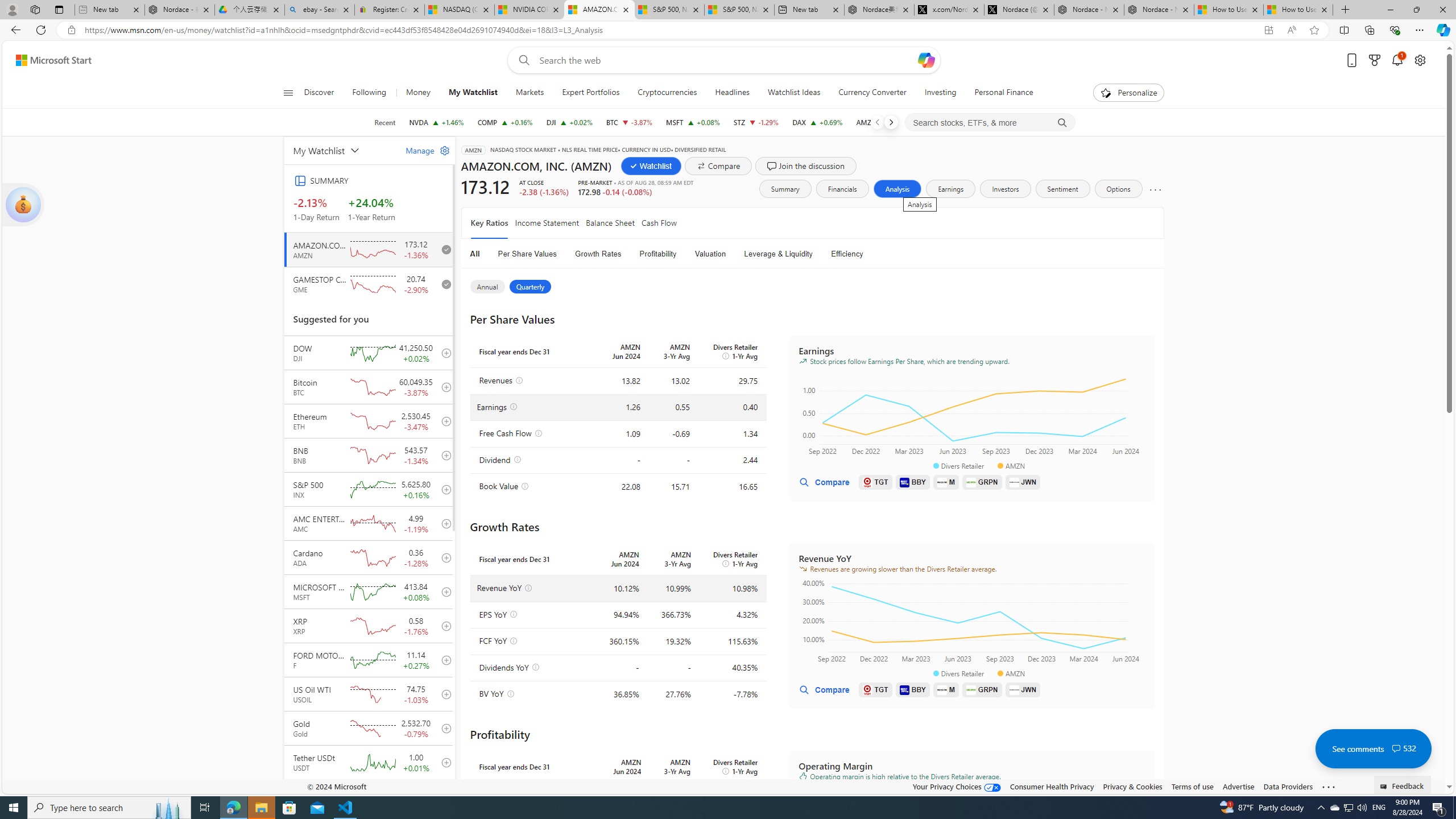 The height and width of the screenshot is (819, 1456). Describe the element at coordinates (417, 92) in the screenshot. I see `'Money'` at that location.